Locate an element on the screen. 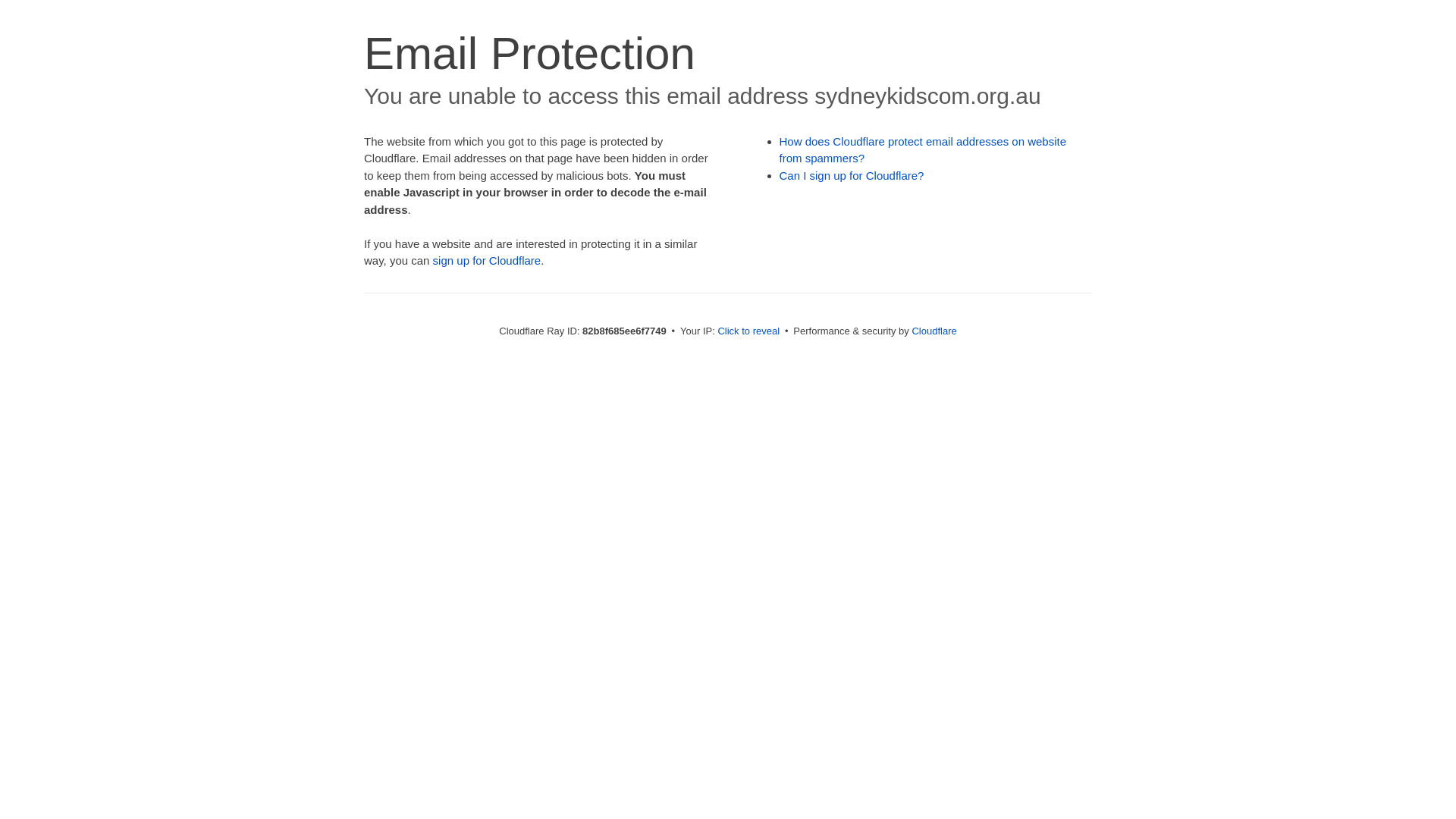 The image size is (1456, 819). 'Click to reveal' is located at coordinates (716, 330).